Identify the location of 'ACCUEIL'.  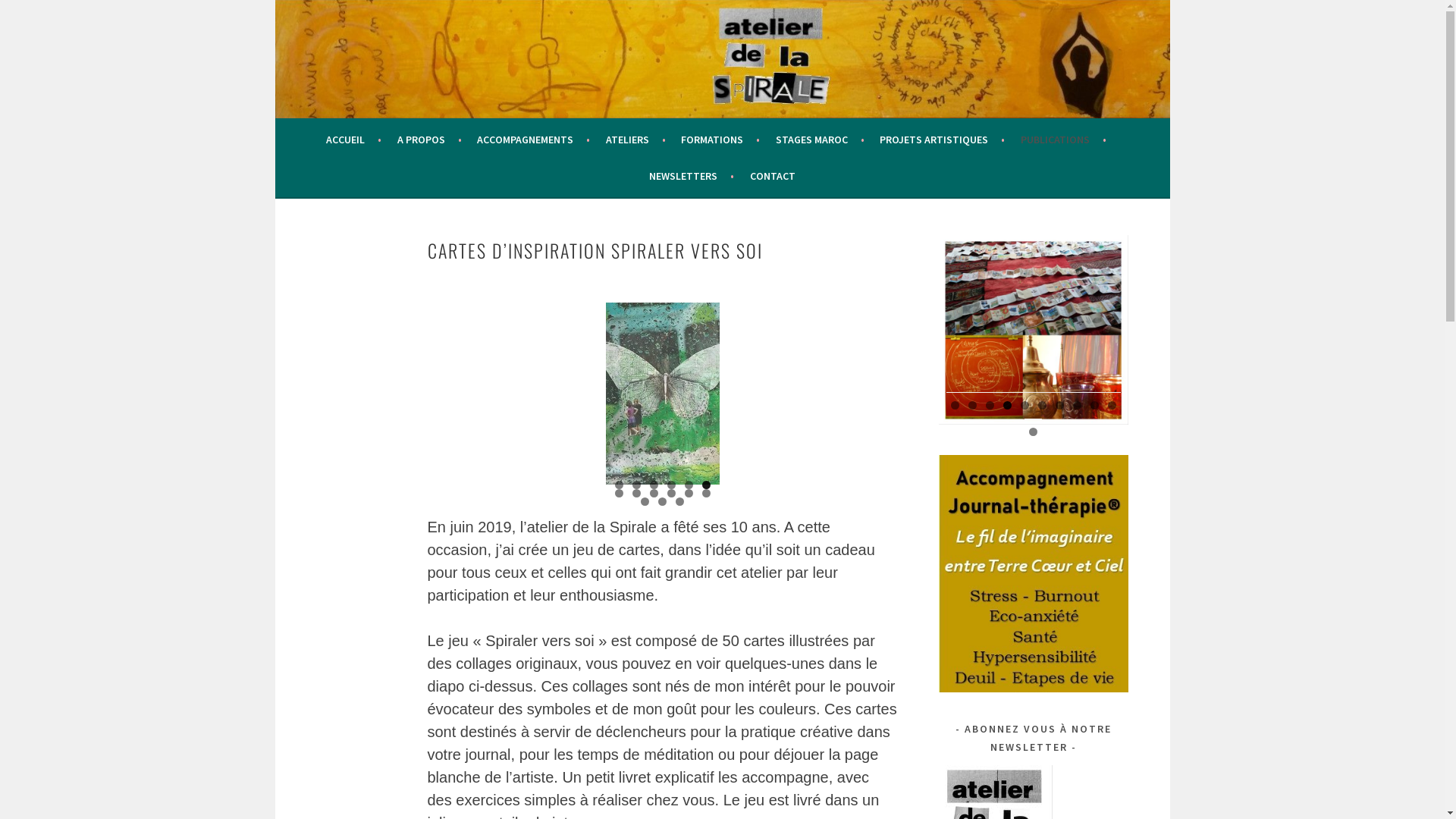
(353, 140).